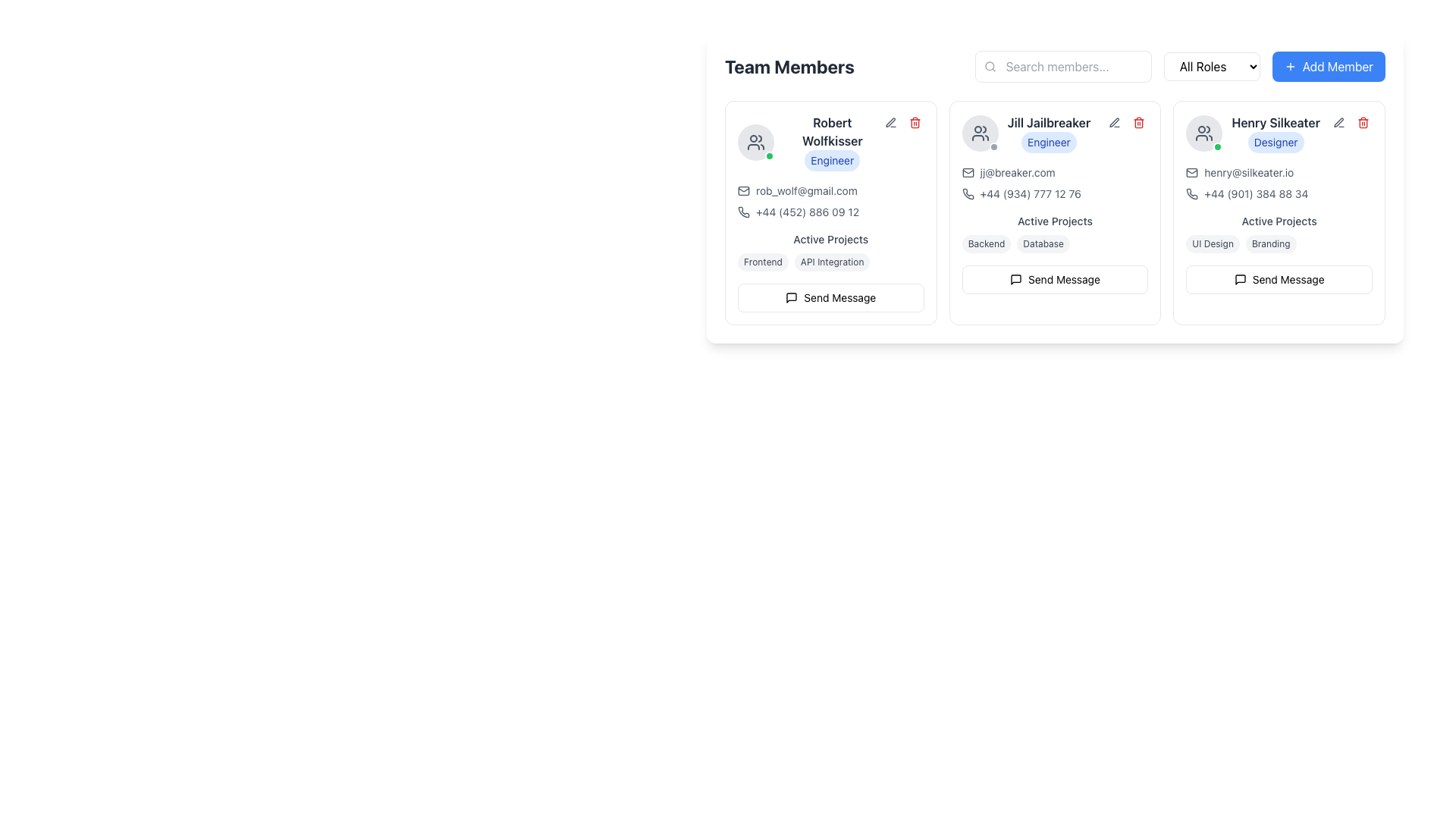 Image resolution: width=1456 pixels, height=819 pixels. Describe the element at coordinates (967, 193) in the screenshot. I see `the phone number icon located in the user card for 'Jill Jailbreaker' in the 'Team Members' section, positioned below the email address` at that location.